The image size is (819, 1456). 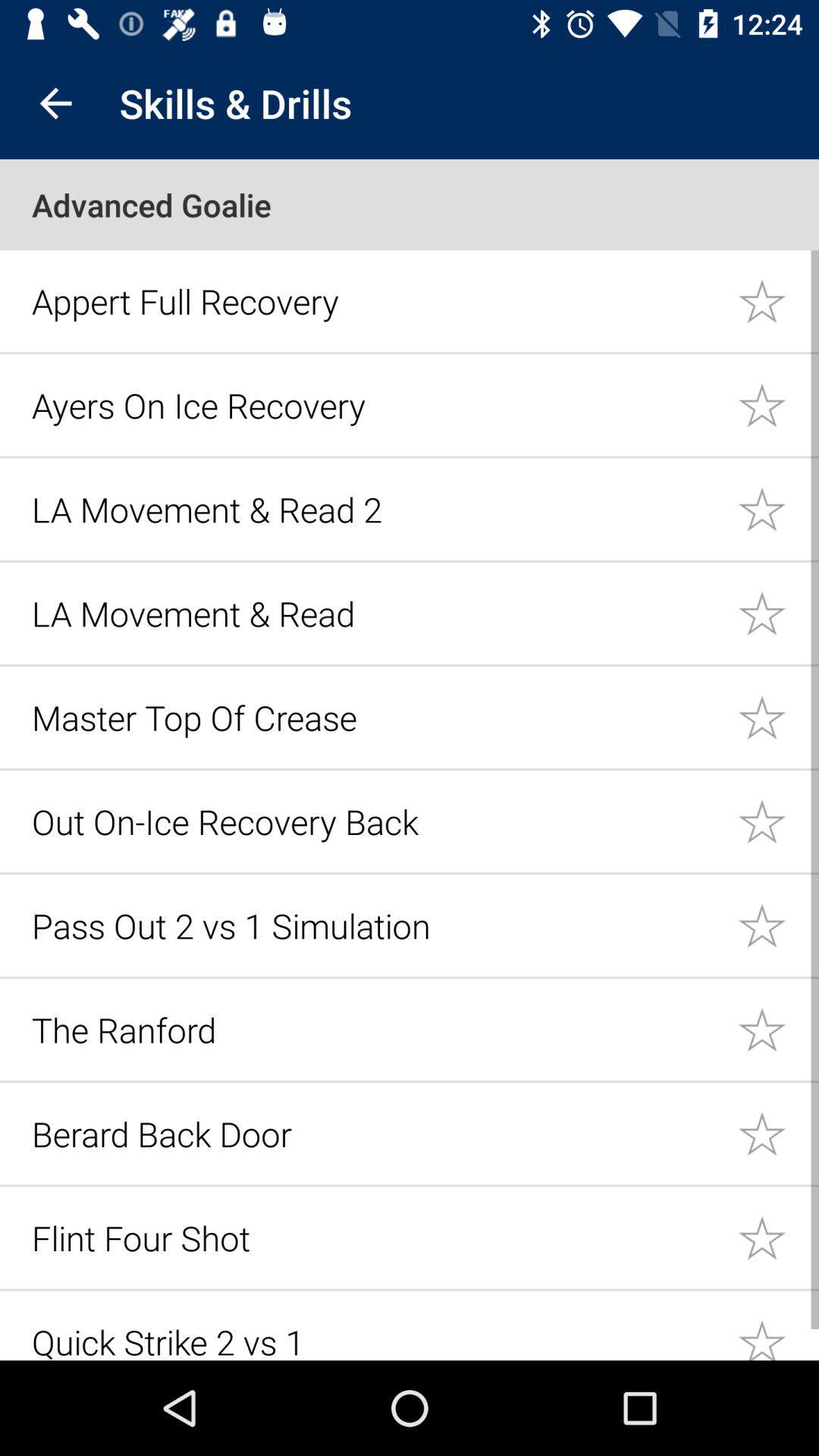 I want to click on favorite, so click(x=778, y=613).